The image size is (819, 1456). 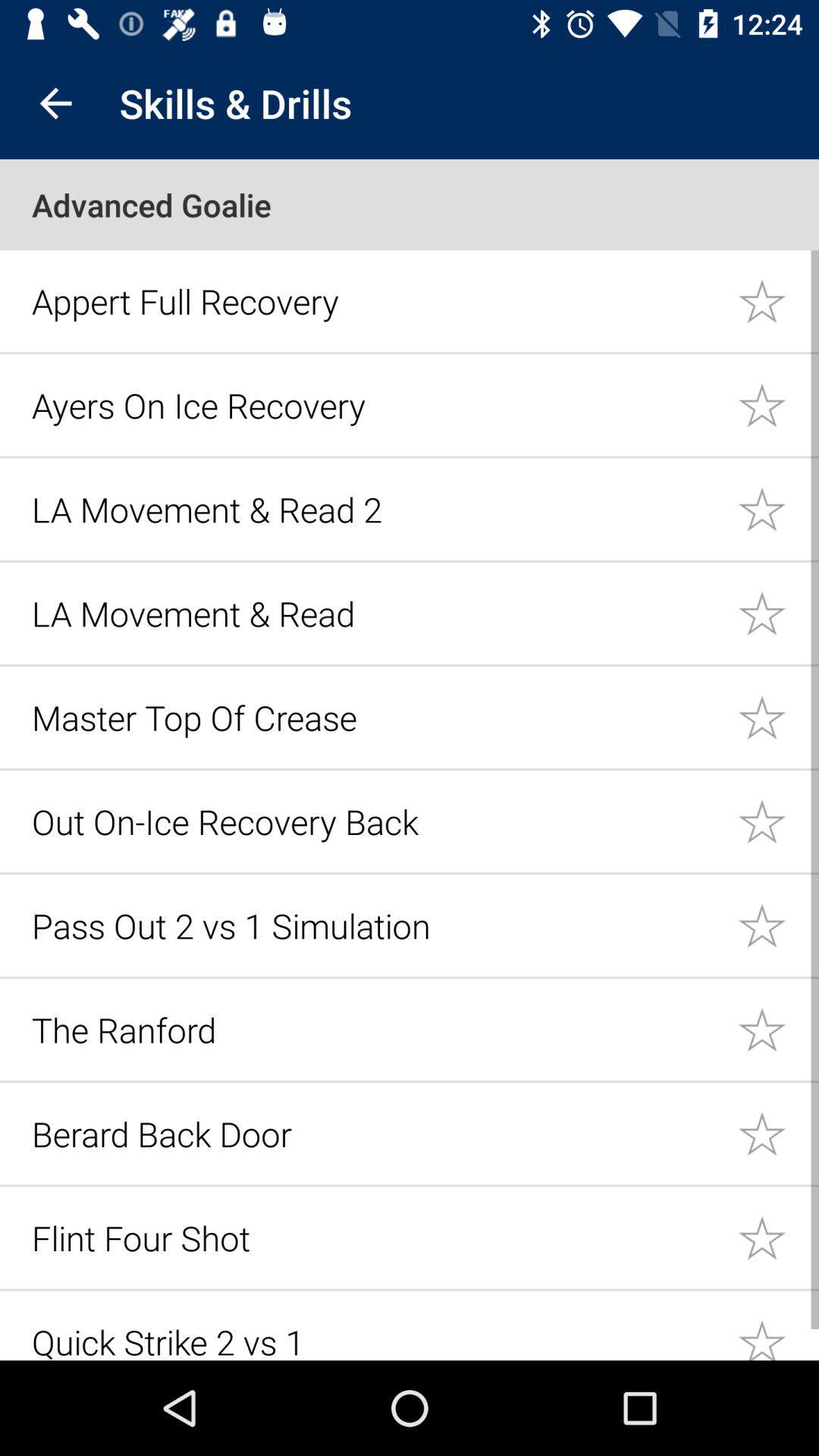 I want to click on favorite, so click(x=778, y=613).